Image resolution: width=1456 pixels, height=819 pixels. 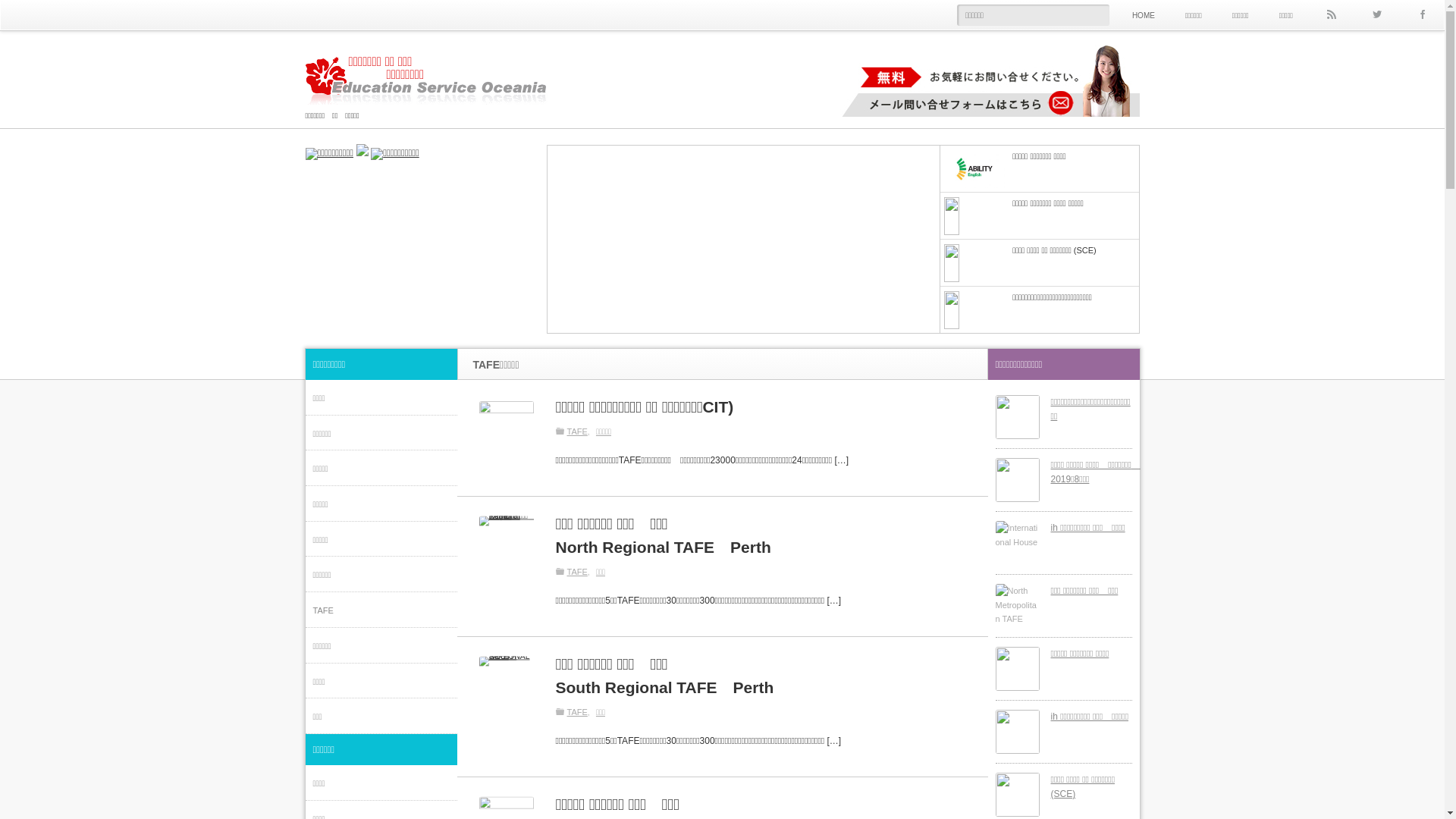 I want to click on 'TAFE', so click(x=579, y=430).